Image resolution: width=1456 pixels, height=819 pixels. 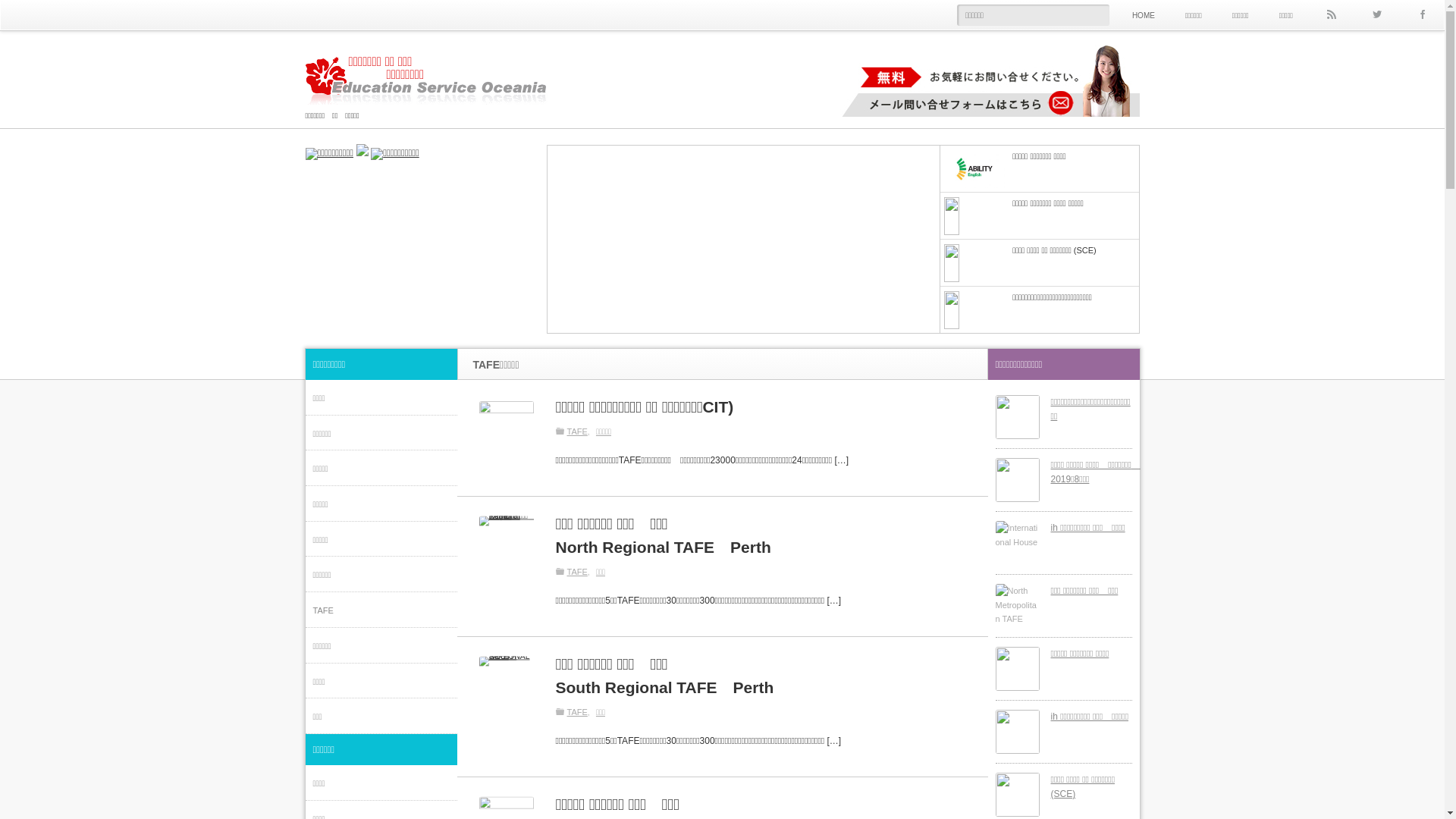 I want to click on 'TAFE', so click(x=579, y=430).